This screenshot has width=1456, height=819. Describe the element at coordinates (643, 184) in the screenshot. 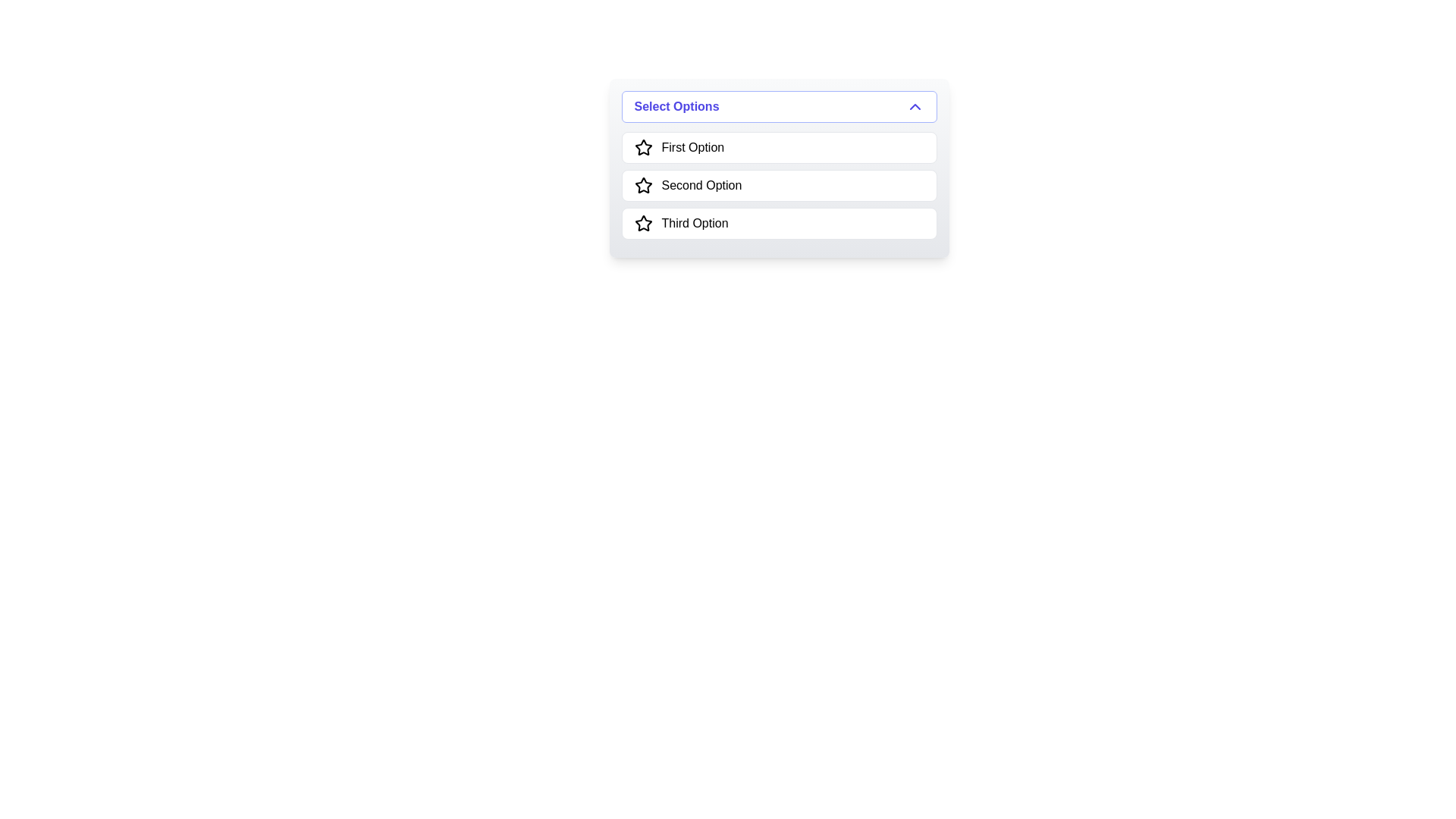

I see `the second star-shaped SVG icon in the dropdown menu, which is labeled 'Second Option'` at that location.